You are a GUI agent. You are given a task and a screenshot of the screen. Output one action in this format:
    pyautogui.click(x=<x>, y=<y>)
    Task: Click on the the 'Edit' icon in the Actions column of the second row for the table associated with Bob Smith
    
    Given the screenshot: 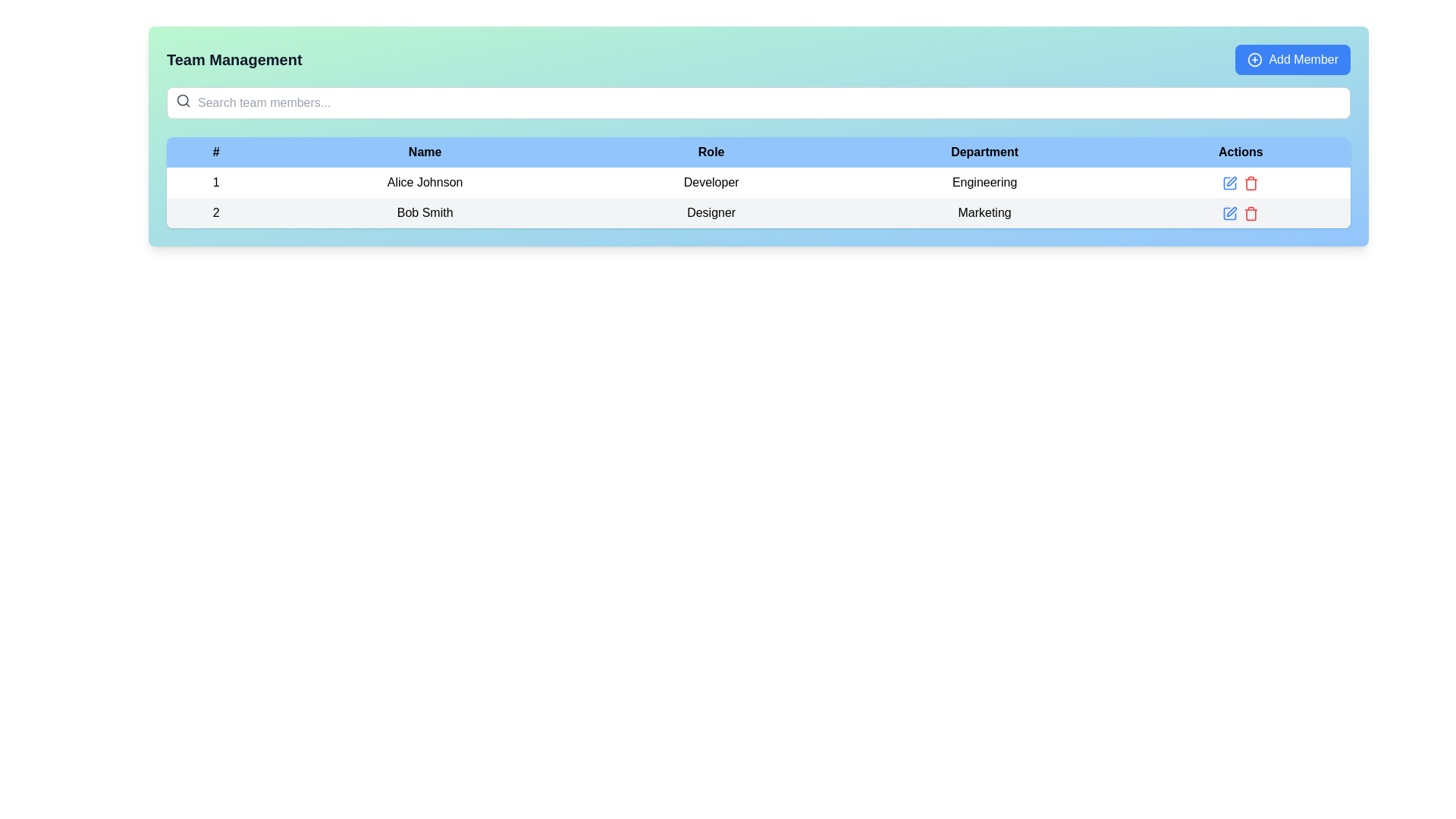 What is the action you would take?
    pyautogui.click(x=1232, y=180)
    